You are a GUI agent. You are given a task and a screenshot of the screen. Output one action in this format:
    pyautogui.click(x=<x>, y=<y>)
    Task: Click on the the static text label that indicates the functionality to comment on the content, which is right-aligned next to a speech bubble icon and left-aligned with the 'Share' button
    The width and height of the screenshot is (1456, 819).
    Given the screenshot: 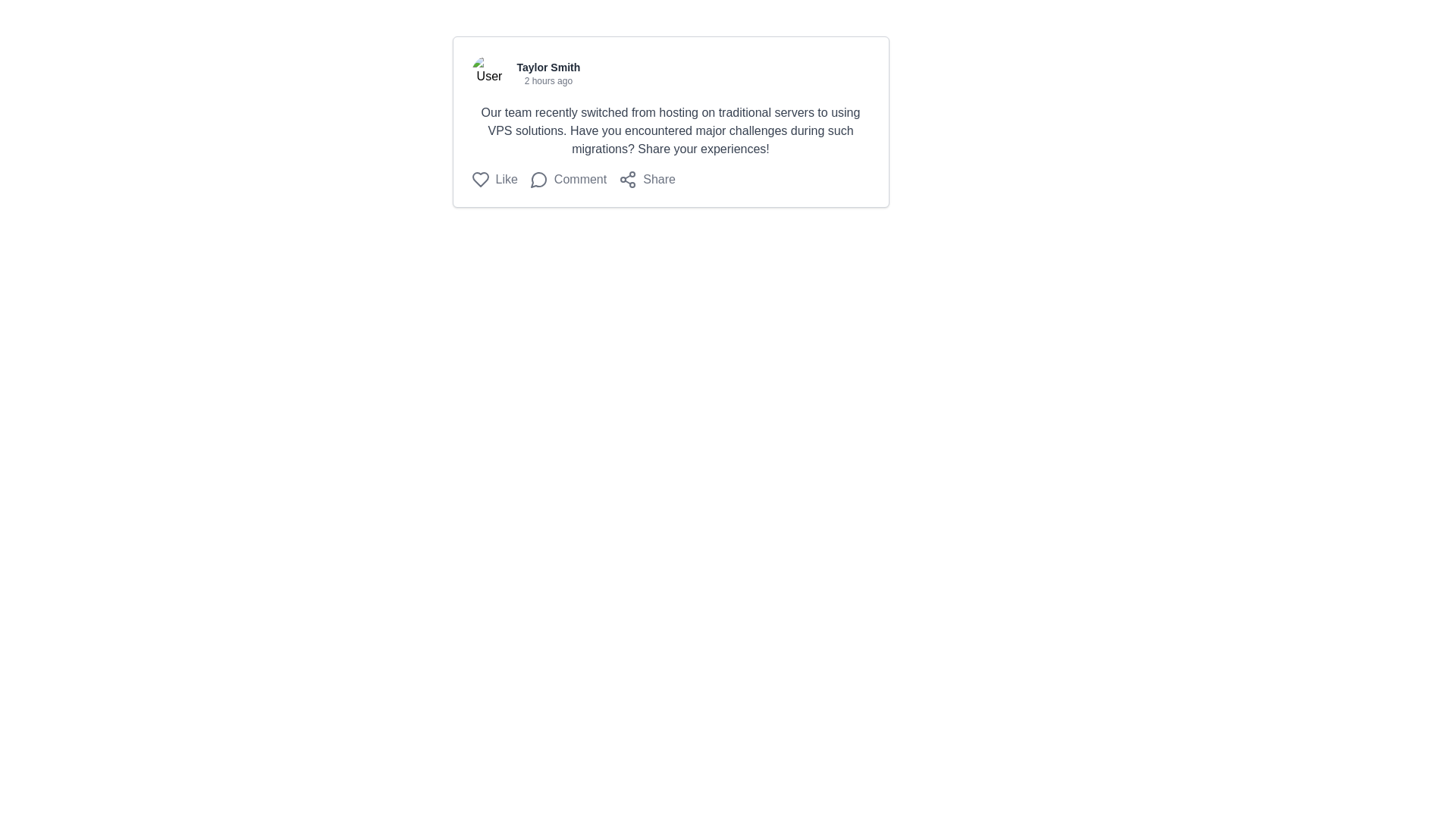 What is the action you would take?
    pyautogui.click(x=579, y=178)
    